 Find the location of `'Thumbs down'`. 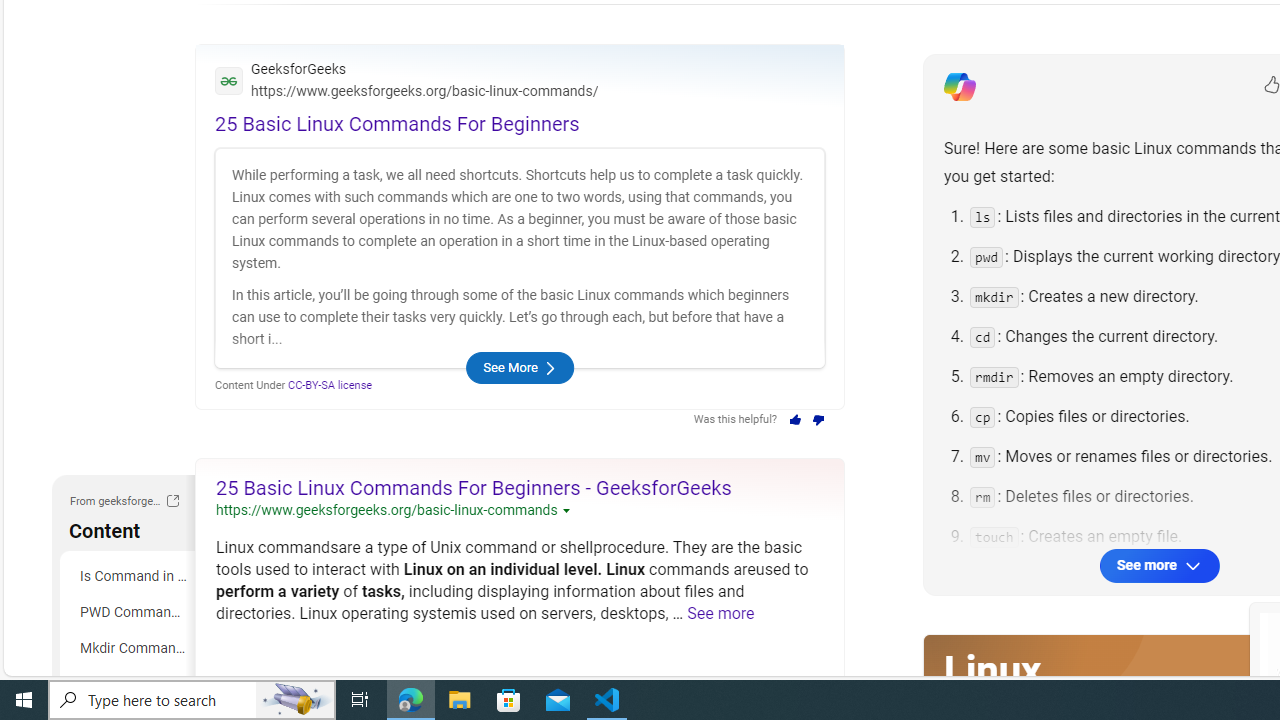

'Thumbs down' is located at coordinates (819, 419).